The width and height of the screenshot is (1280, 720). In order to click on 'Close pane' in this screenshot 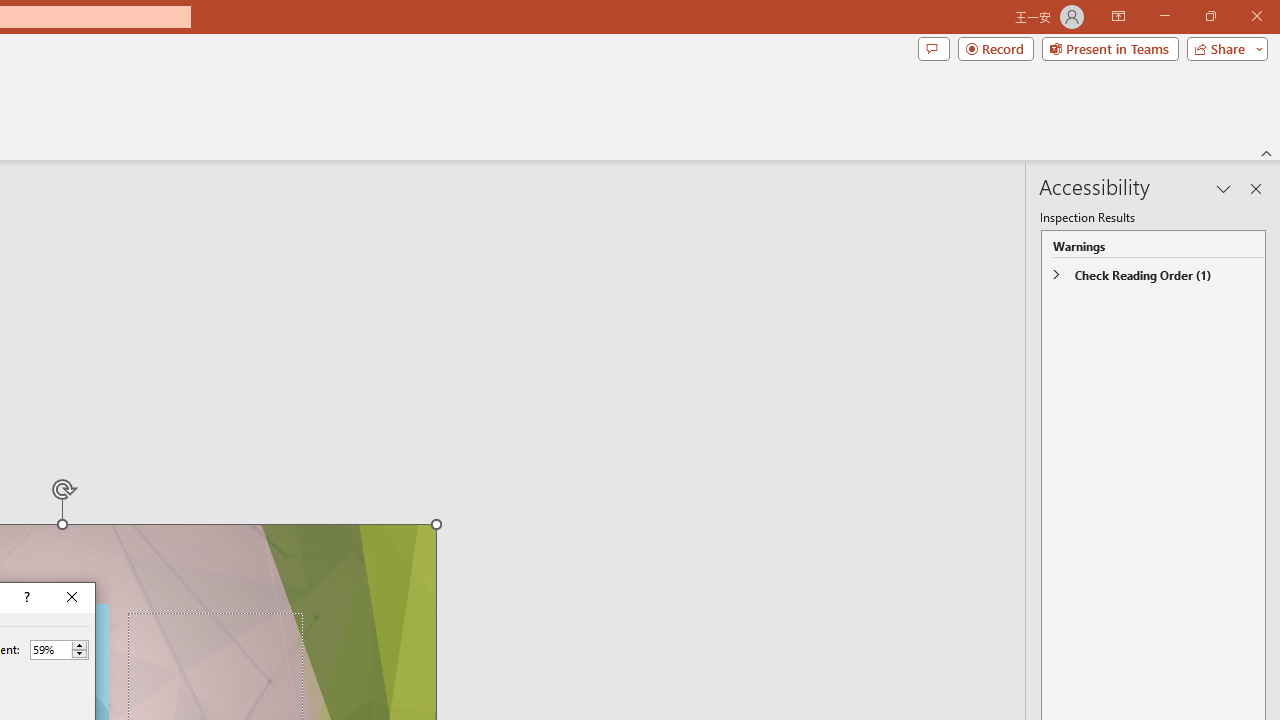, I will do `click(1255, 189)`.